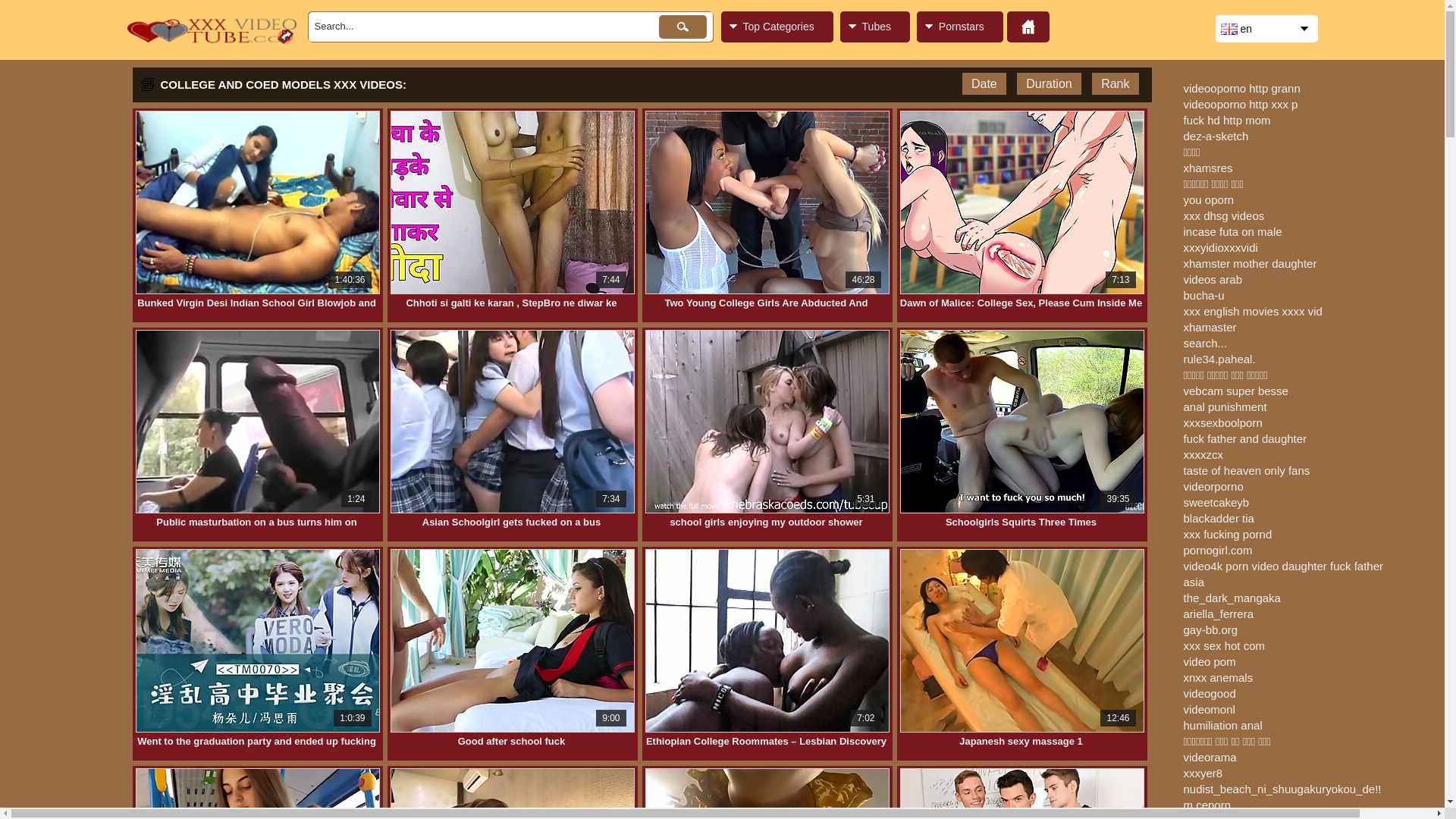 This screenshot has height=819, width=1456. What do you see at coordinates (1202, 453) in the screenshot?
I see `'xxxxzcx'` at bounding box center [1202, 453].